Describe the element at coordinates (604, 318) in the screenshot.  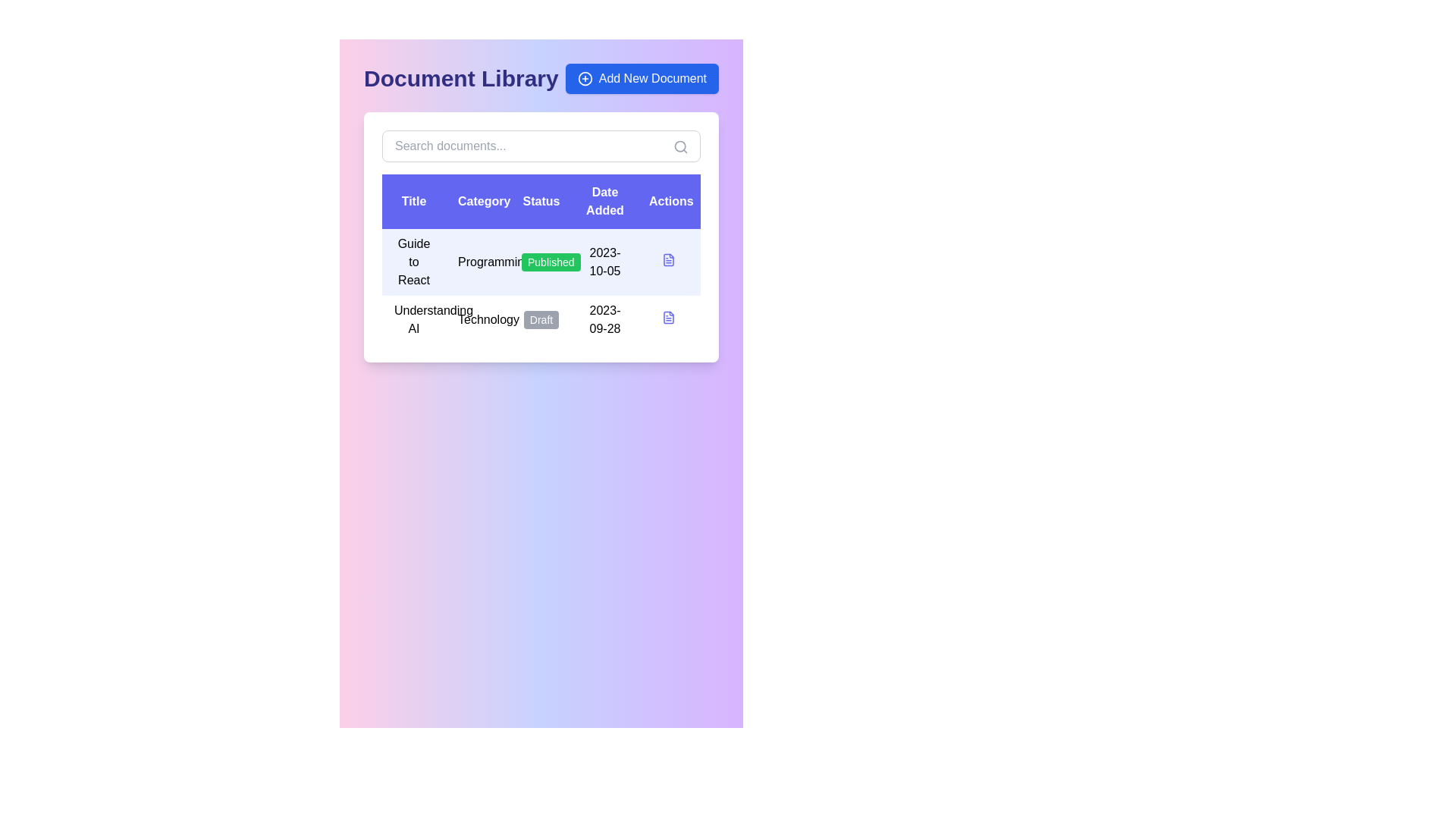
I see `the static text displaying the date related to the associated item in the fourth column of the second row under the 'Date Added' header` at that location.